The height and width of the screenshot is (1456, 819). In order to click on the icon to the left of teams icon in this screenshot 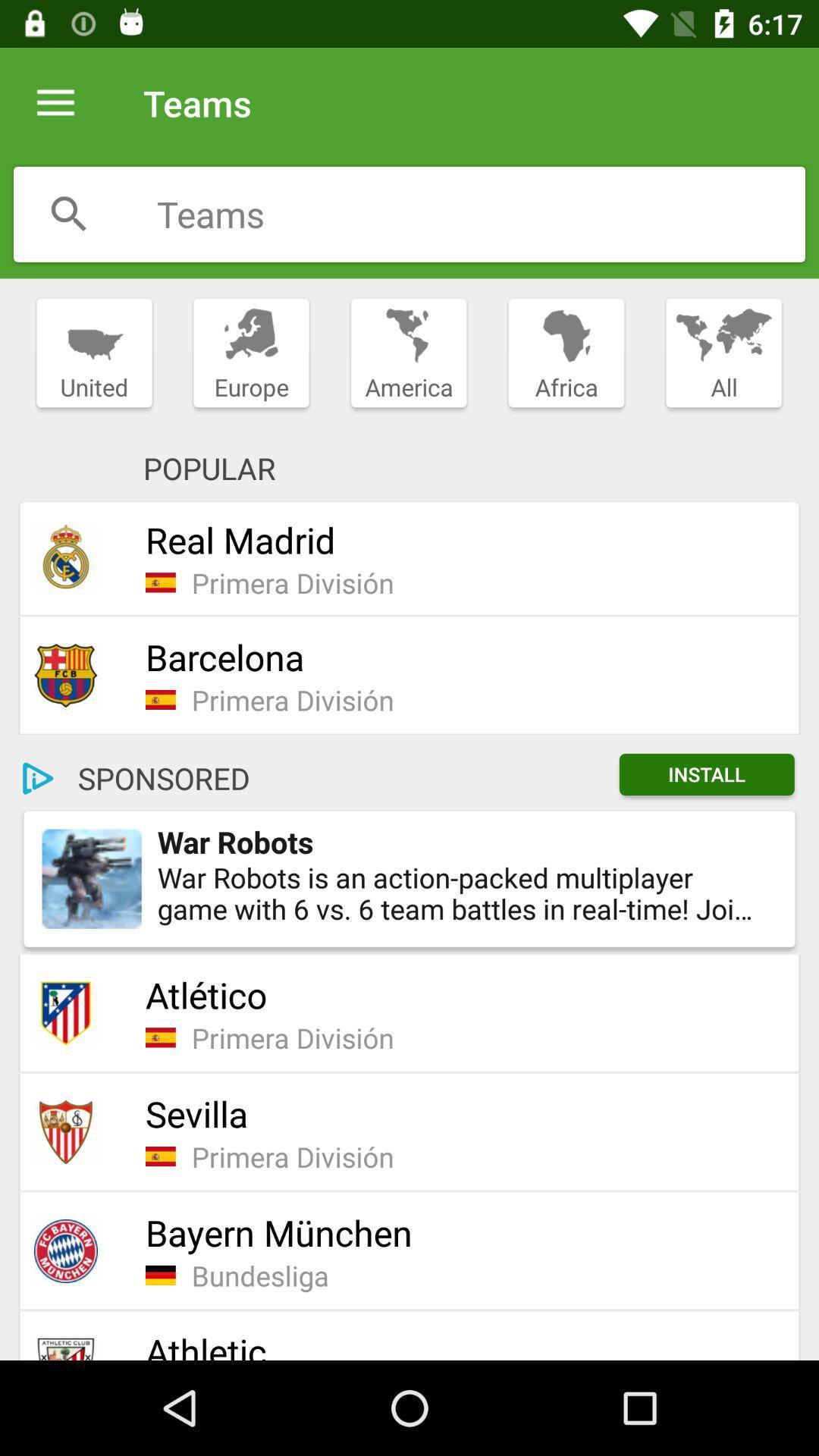, I will do `click(55, 102)`.